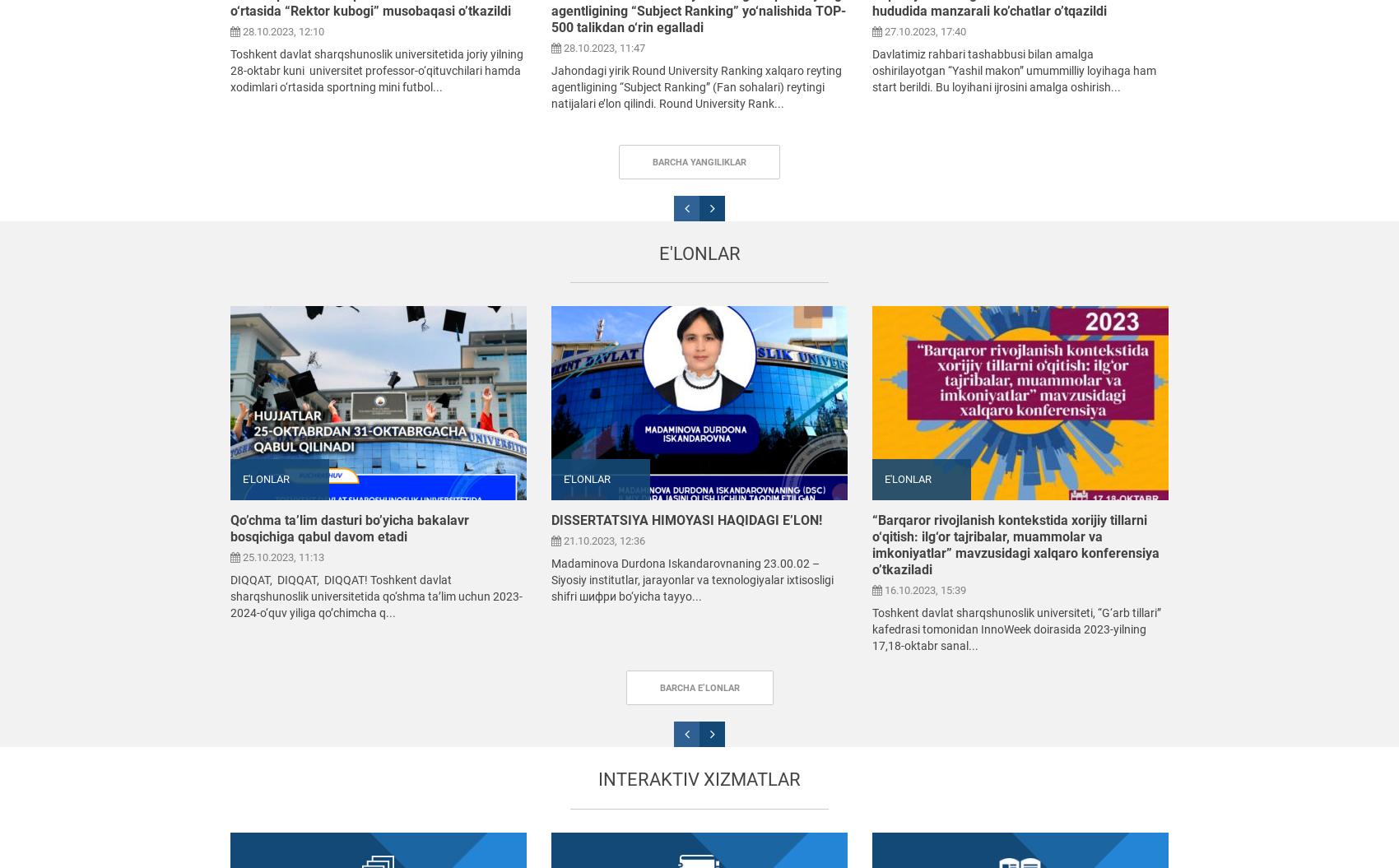  Describe the element at coordinates (699, 779) in the screenshot. I see `'Interaktiv xizmatlar'` at that location.